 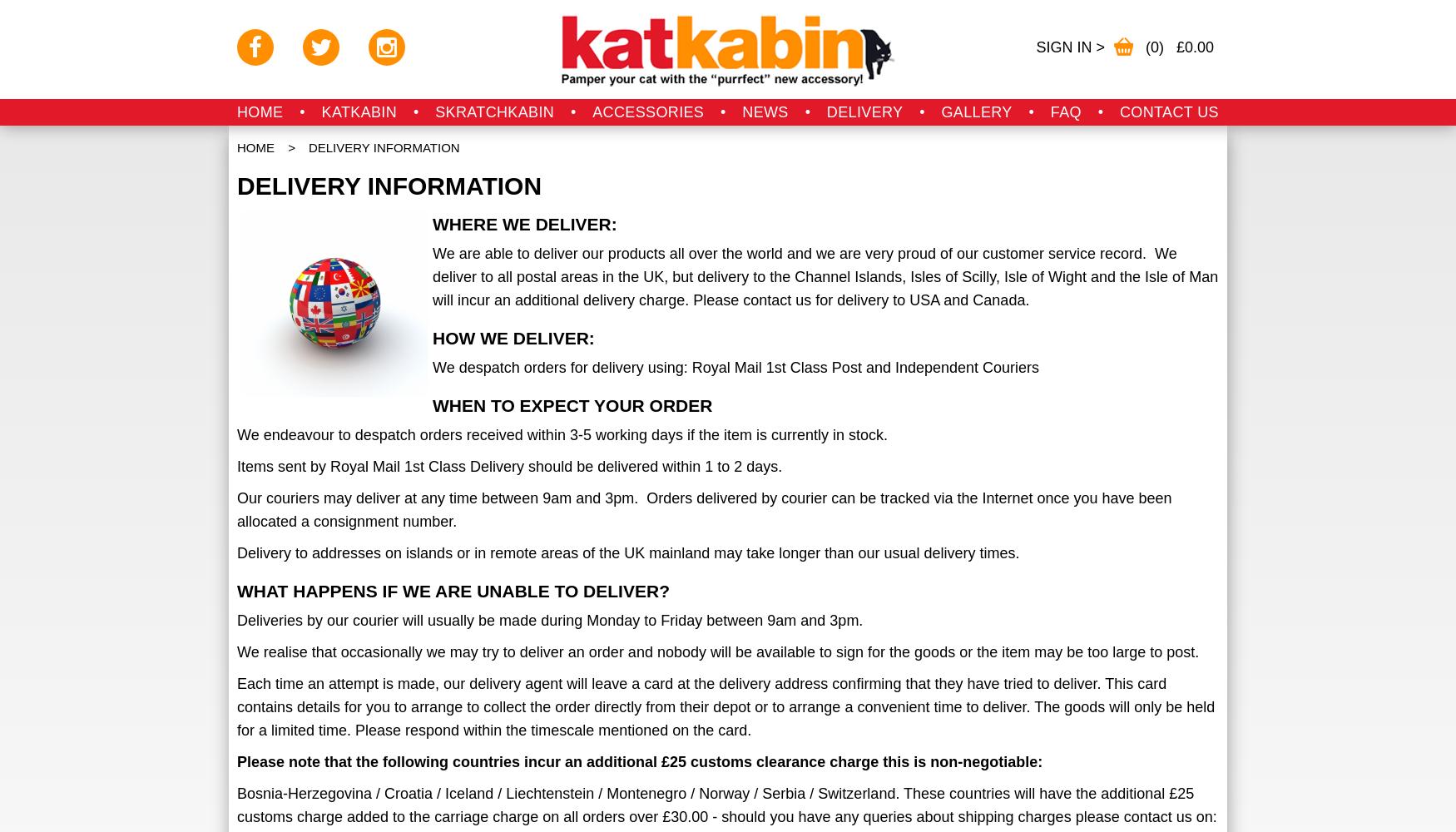 What do you see at coordinates (764, 112) in the screenshot?
I see `'News'` at bounding box center [764, 112].